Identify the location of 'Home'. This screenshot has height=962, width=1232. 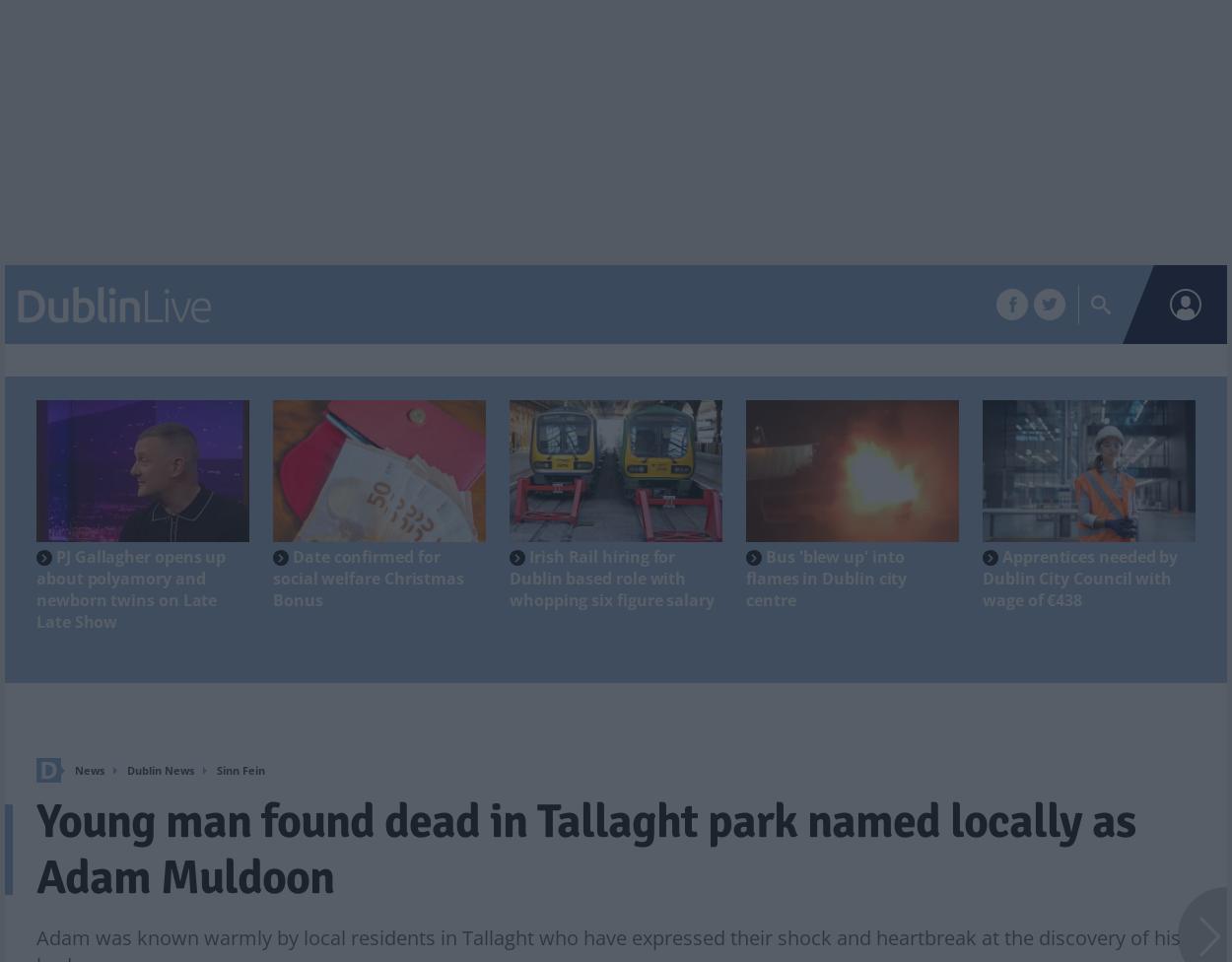
(76, 762).